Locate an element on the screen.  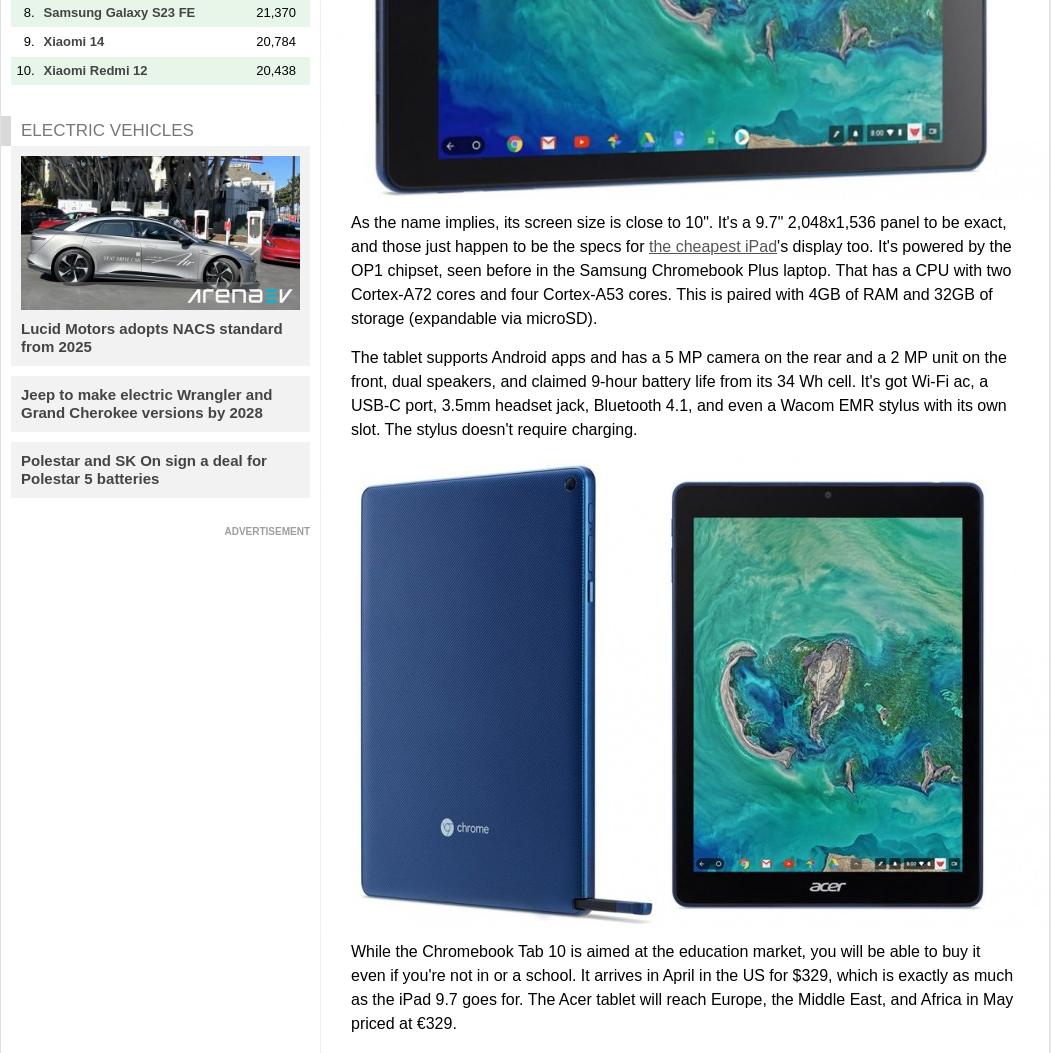
'ELECTRIC VEHICLES' is located at coordinates (106, 129).